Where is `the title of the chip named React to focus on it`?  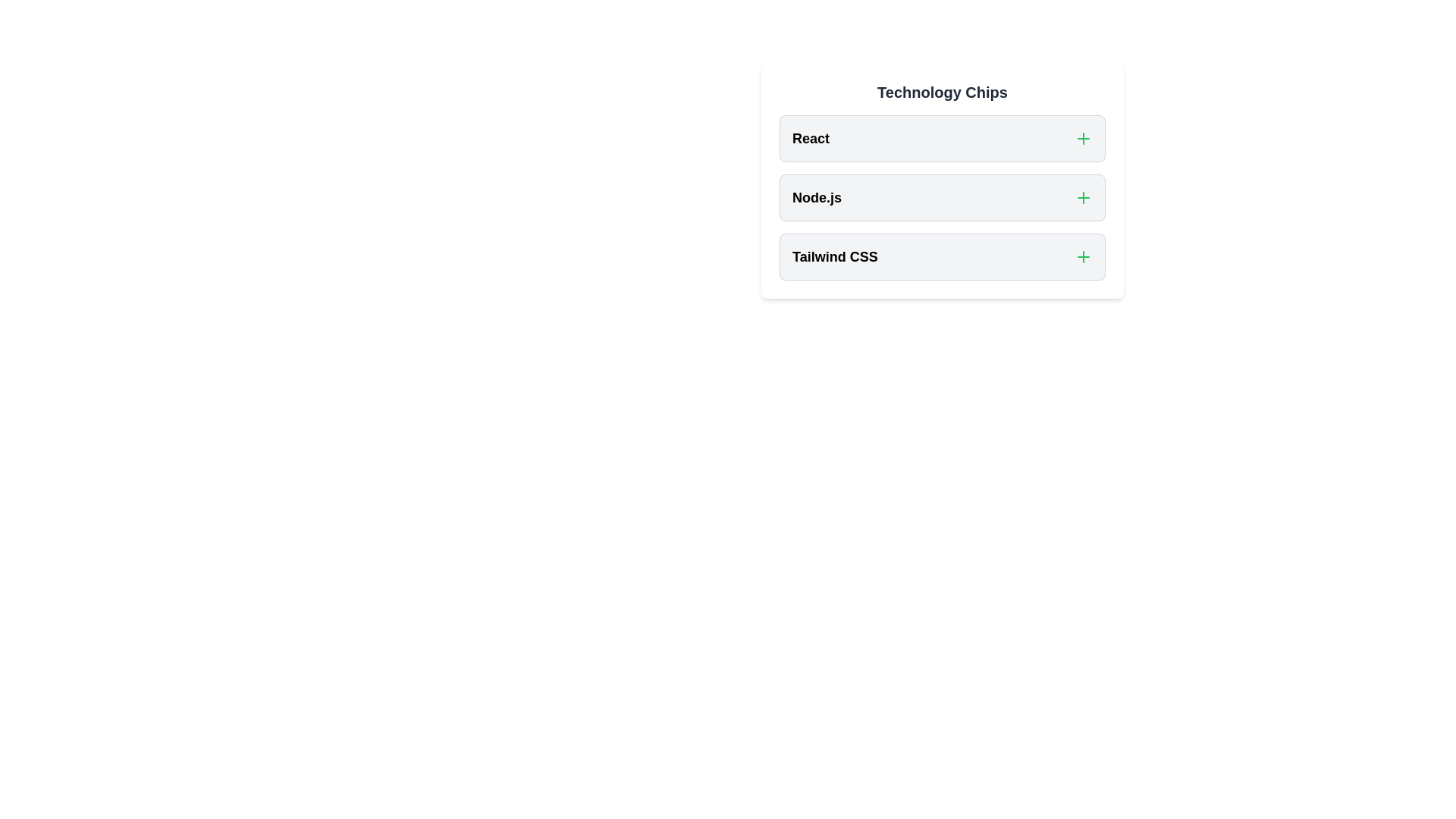
the title of the chip named React to focus on it is located at coordinates (810, 138).